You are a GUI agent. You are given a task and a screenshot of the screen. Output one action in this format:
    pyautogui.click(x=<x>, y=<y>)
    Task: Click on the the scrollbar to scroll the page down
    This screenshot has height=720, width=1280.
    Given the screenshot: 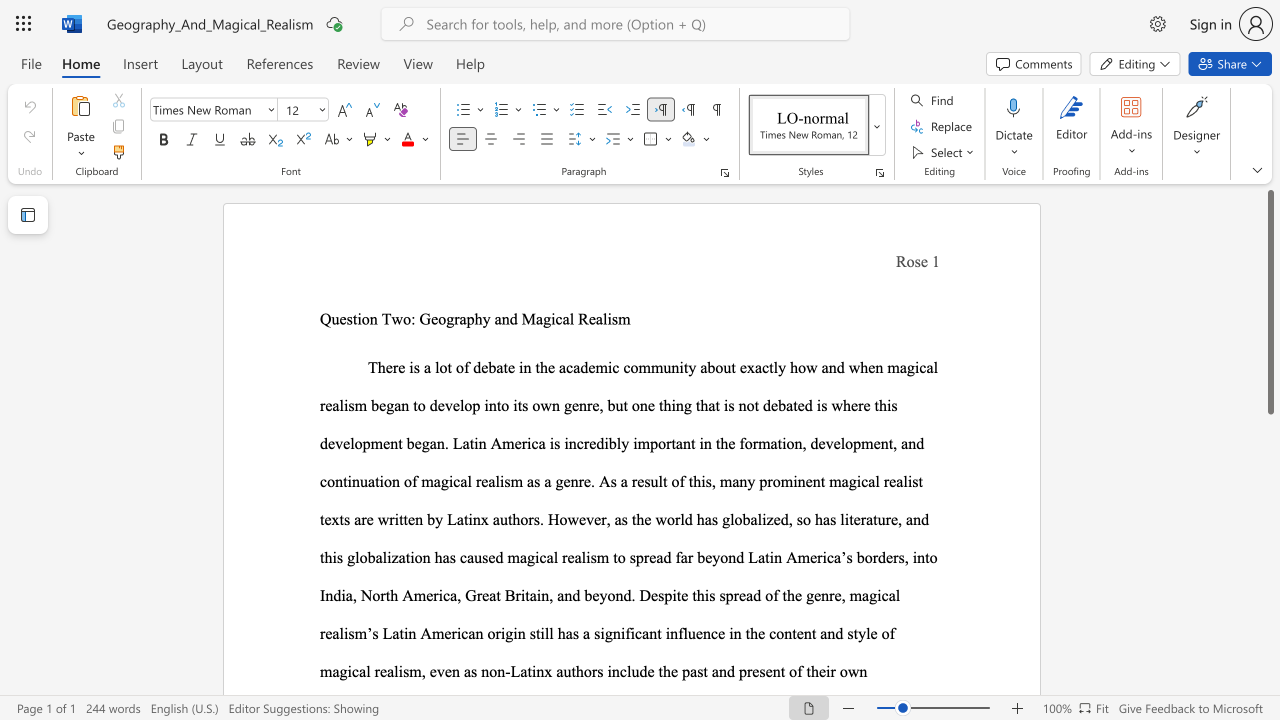 What is the action you would take?
    pyautogui.click(x=1269, y=528)
    